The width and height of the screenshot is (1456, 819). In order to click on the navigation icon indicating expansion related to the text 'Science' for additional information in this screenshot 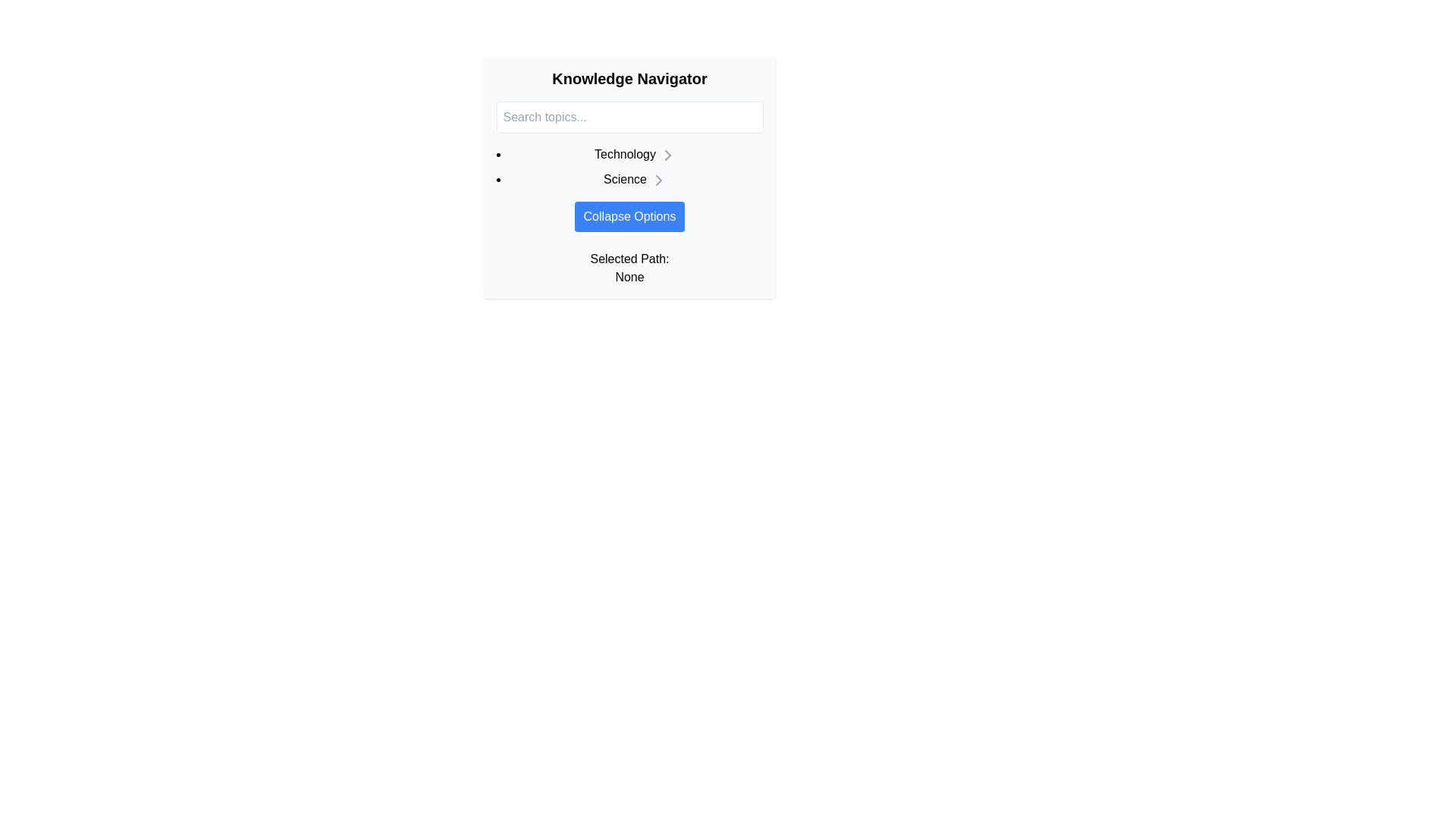, I will do `click(658, 179)`.